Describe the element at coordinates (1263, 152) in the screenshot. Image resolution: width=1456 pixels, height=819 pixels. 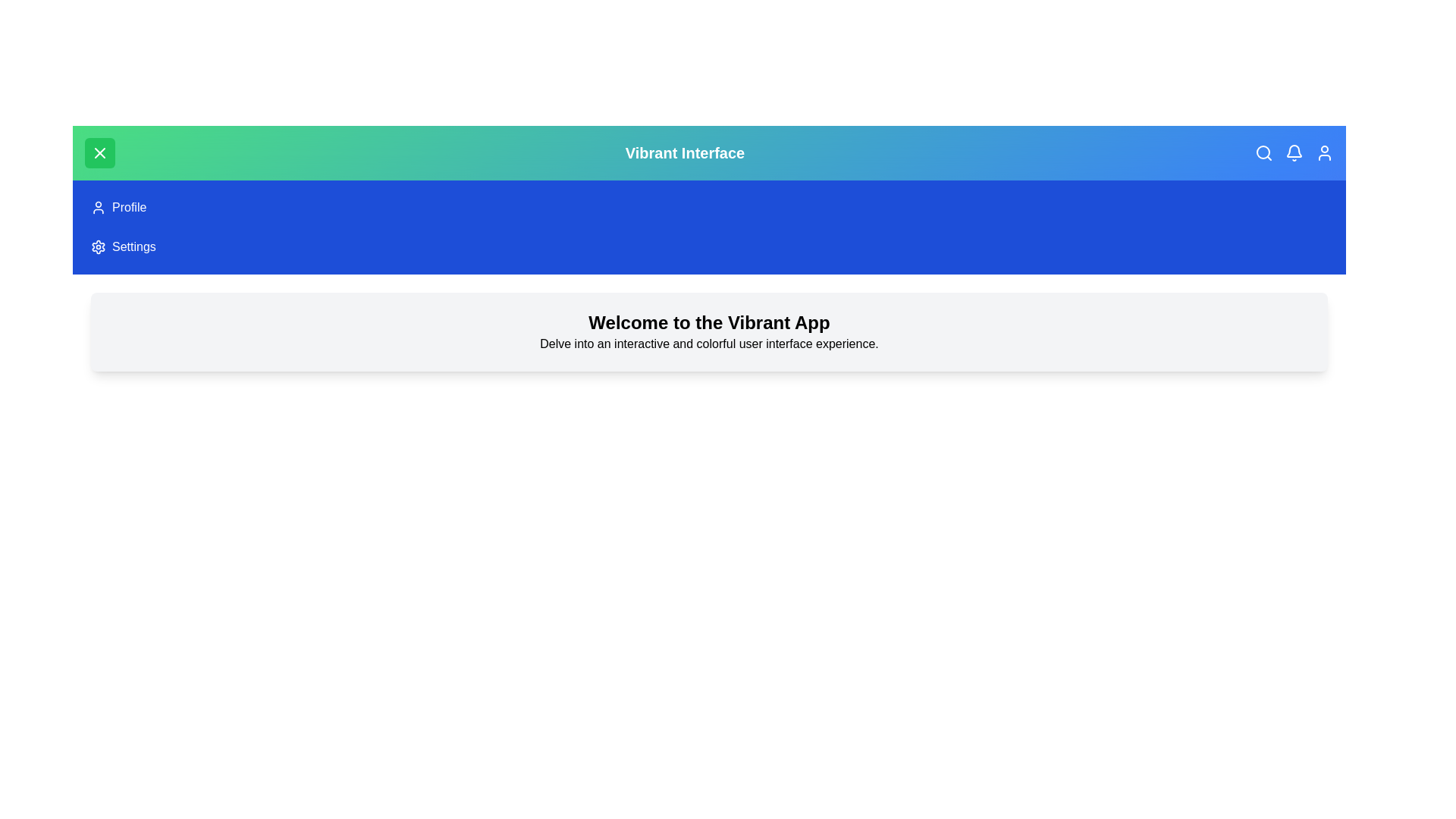
I see `the search icon in the app bar` at that location.